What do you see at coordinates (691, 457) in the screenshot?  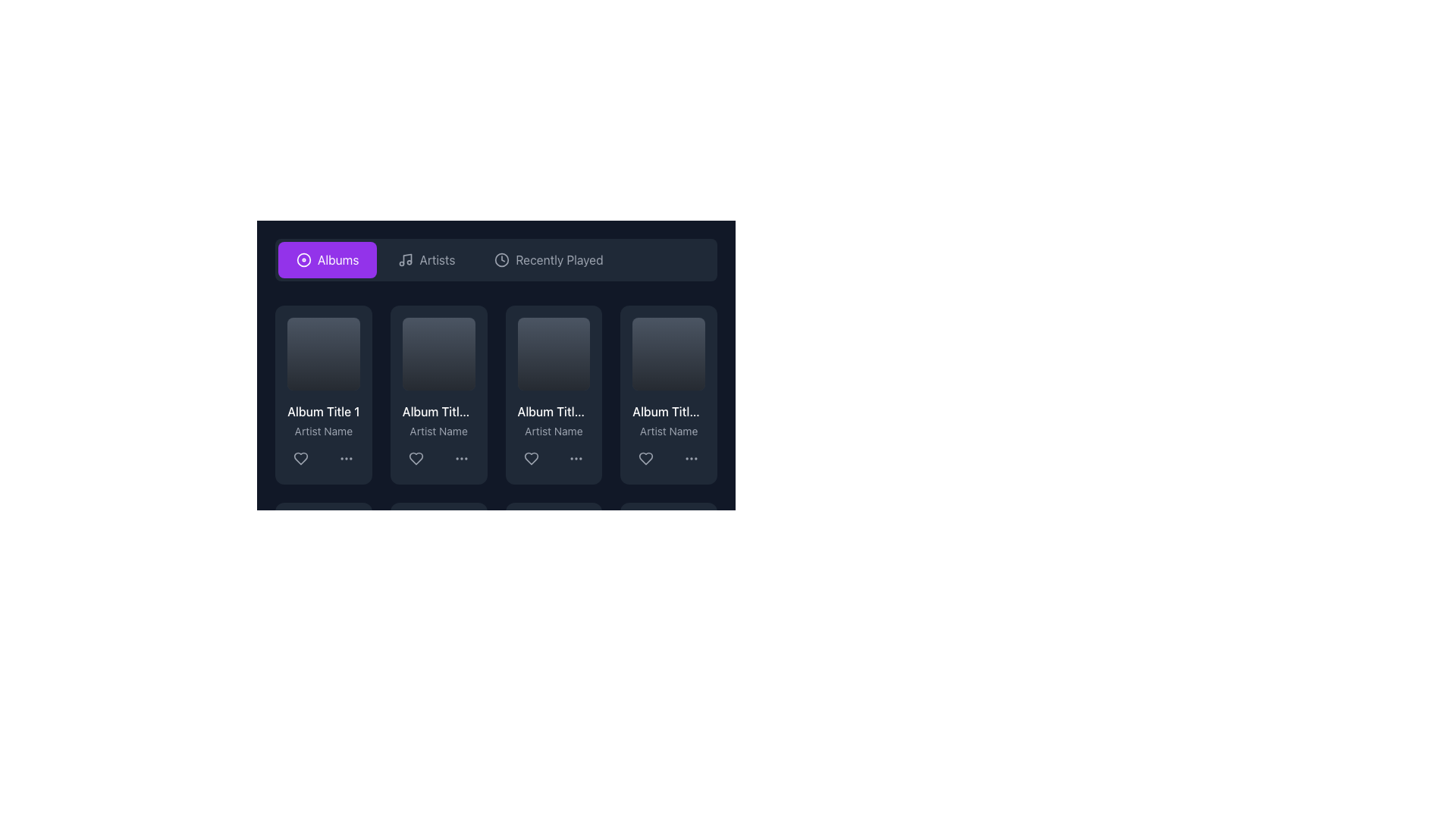 I see `the circular button with three horizontally aligned dots (ellipsis)` at bounding box center [691, 457].